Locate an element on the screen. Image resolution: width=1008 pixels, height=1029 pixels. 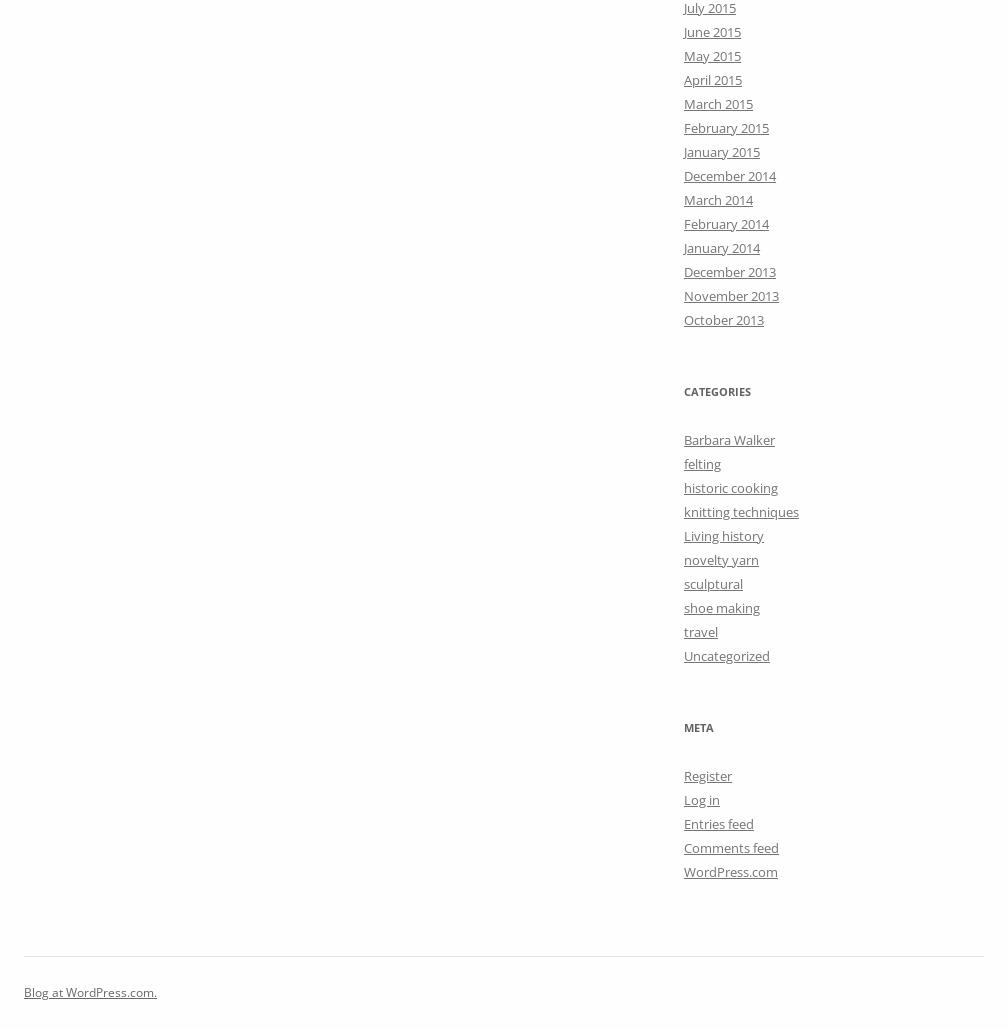
'March 2015' is located at coordinates (718, 102).